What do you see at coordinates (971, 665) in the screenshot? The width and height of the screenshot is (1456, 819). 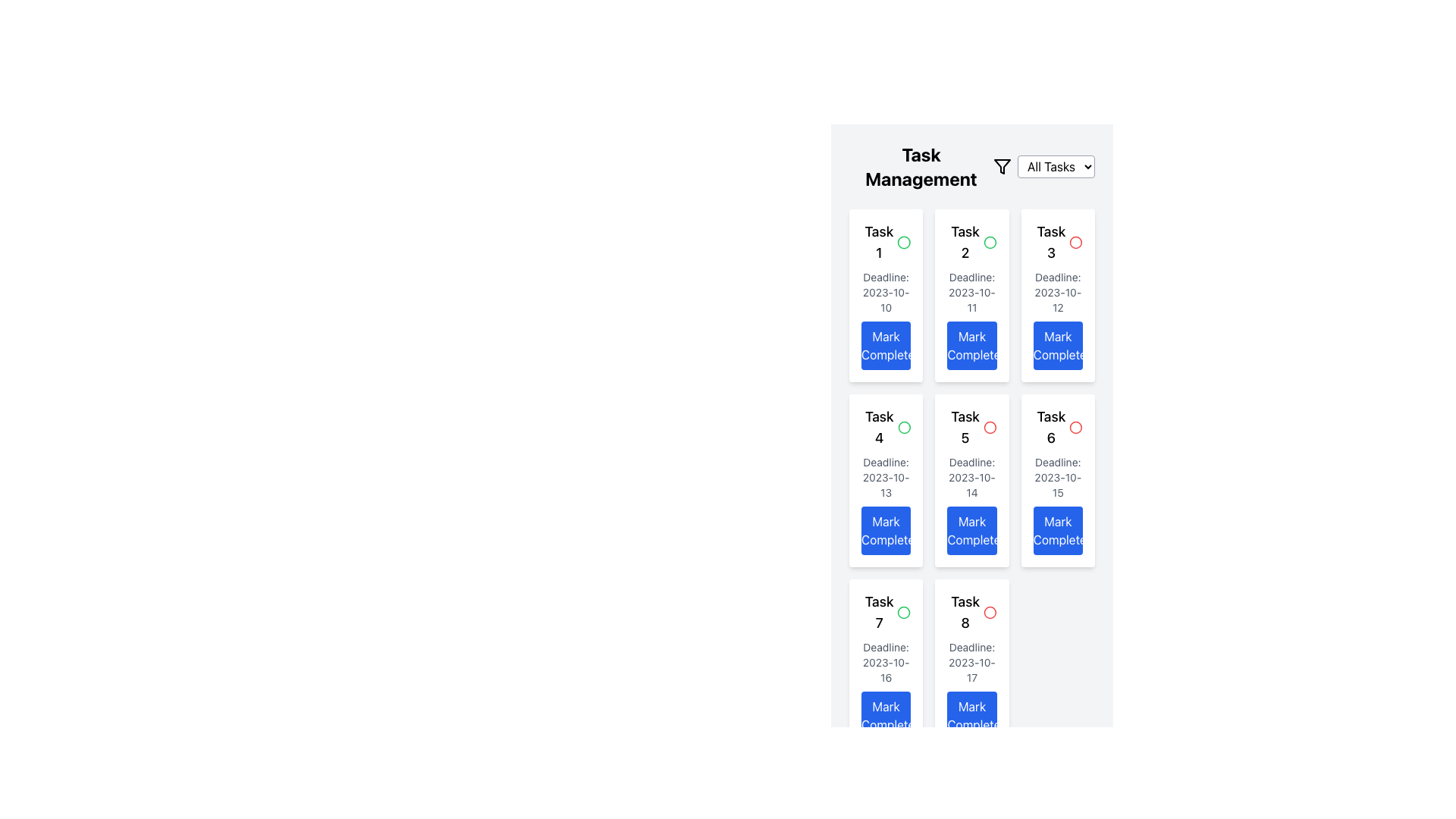 I see `task details from the task card located in the bottom-right corner of the grid layout, which displays the title, deadline, and a button for marking the task as completed` at bounding box center [971, 665].